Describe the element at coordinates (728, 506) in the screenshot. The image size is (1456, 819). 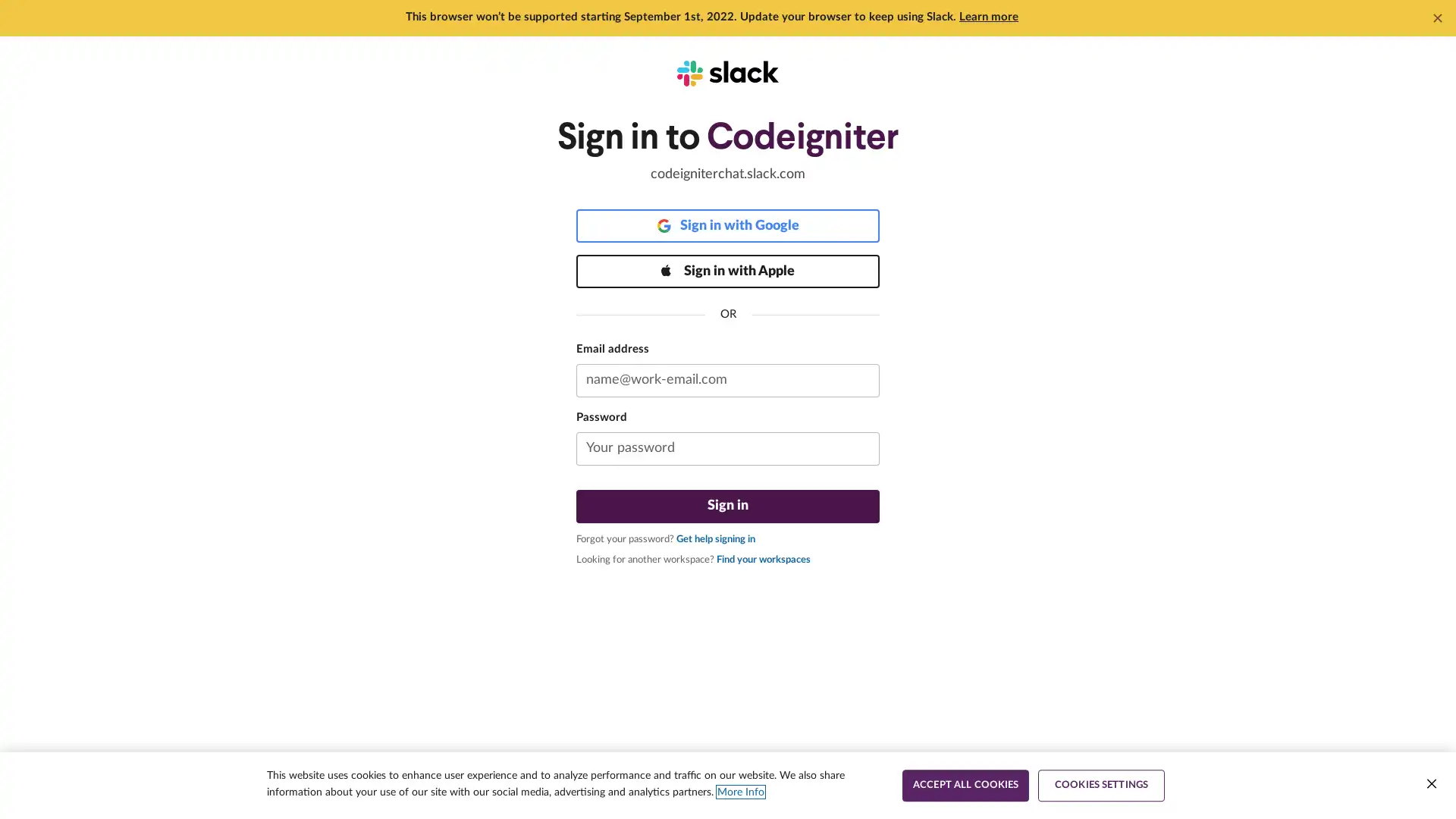
I see `Sign in` at that location.